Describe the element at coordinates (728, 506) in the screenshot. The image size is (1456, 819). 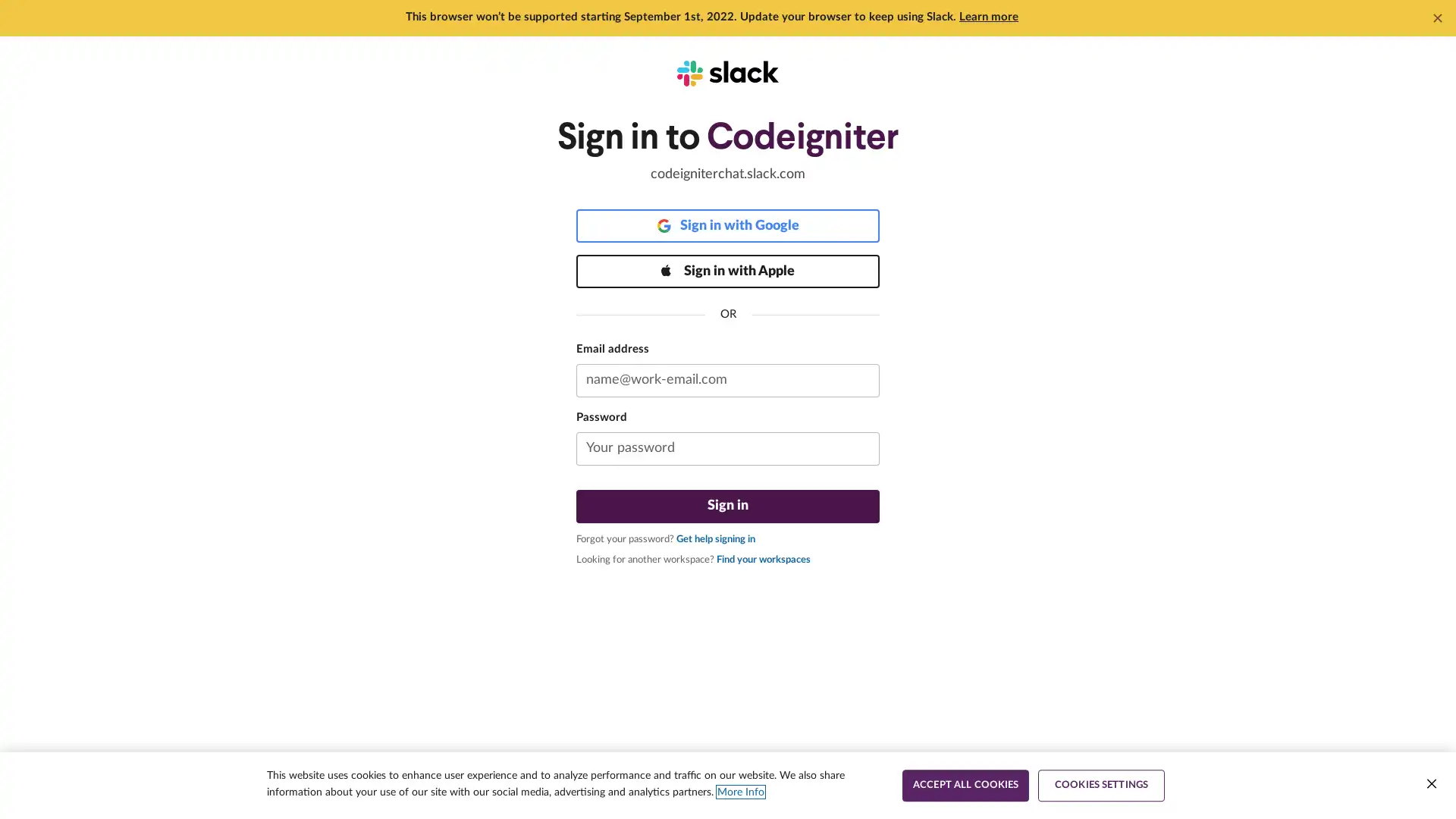
I see `Sign in` at that location.